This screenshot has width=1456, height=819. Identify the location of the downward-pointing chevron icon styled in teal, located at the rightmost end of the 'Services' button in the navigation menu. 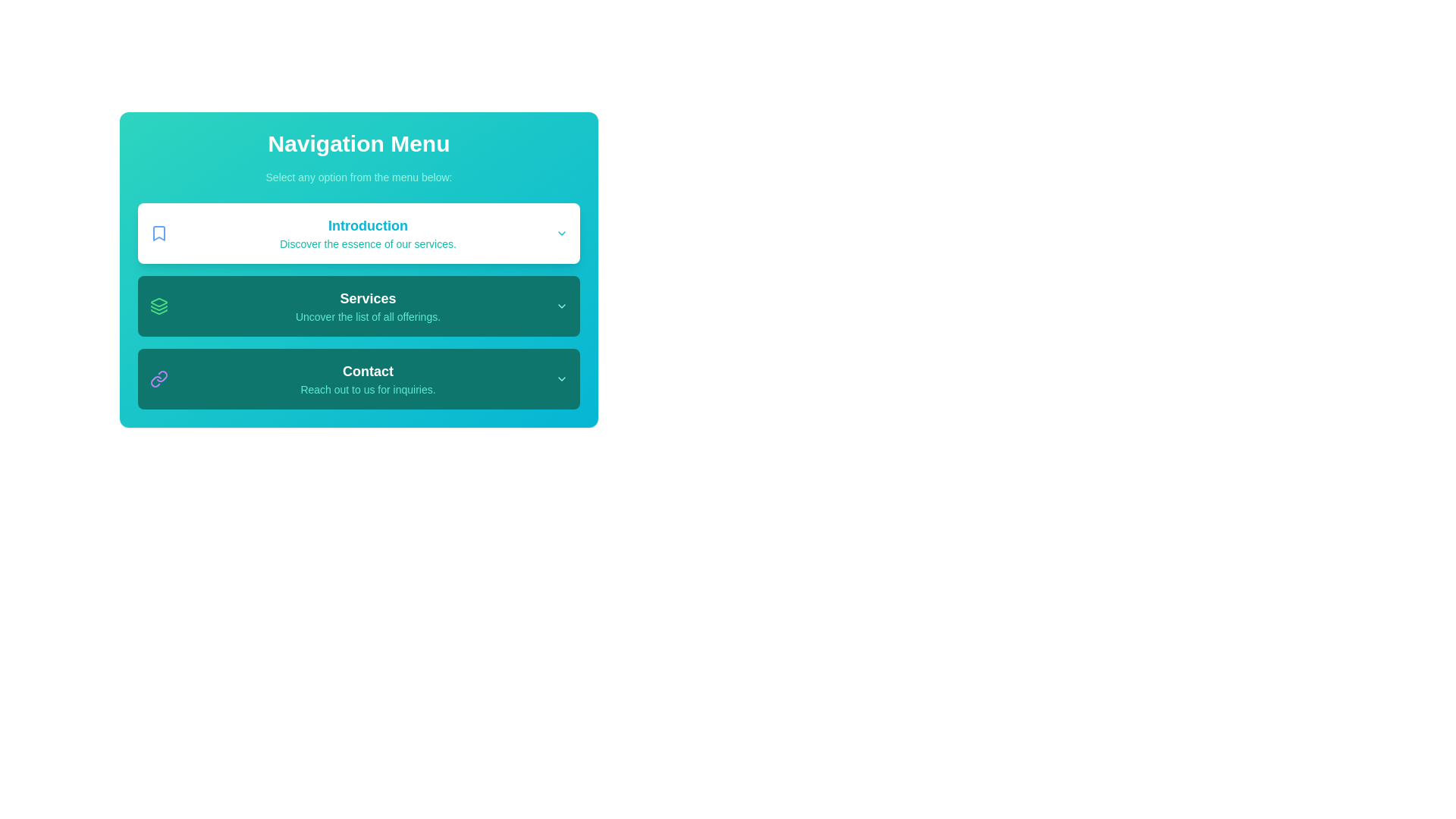
(560, 306).